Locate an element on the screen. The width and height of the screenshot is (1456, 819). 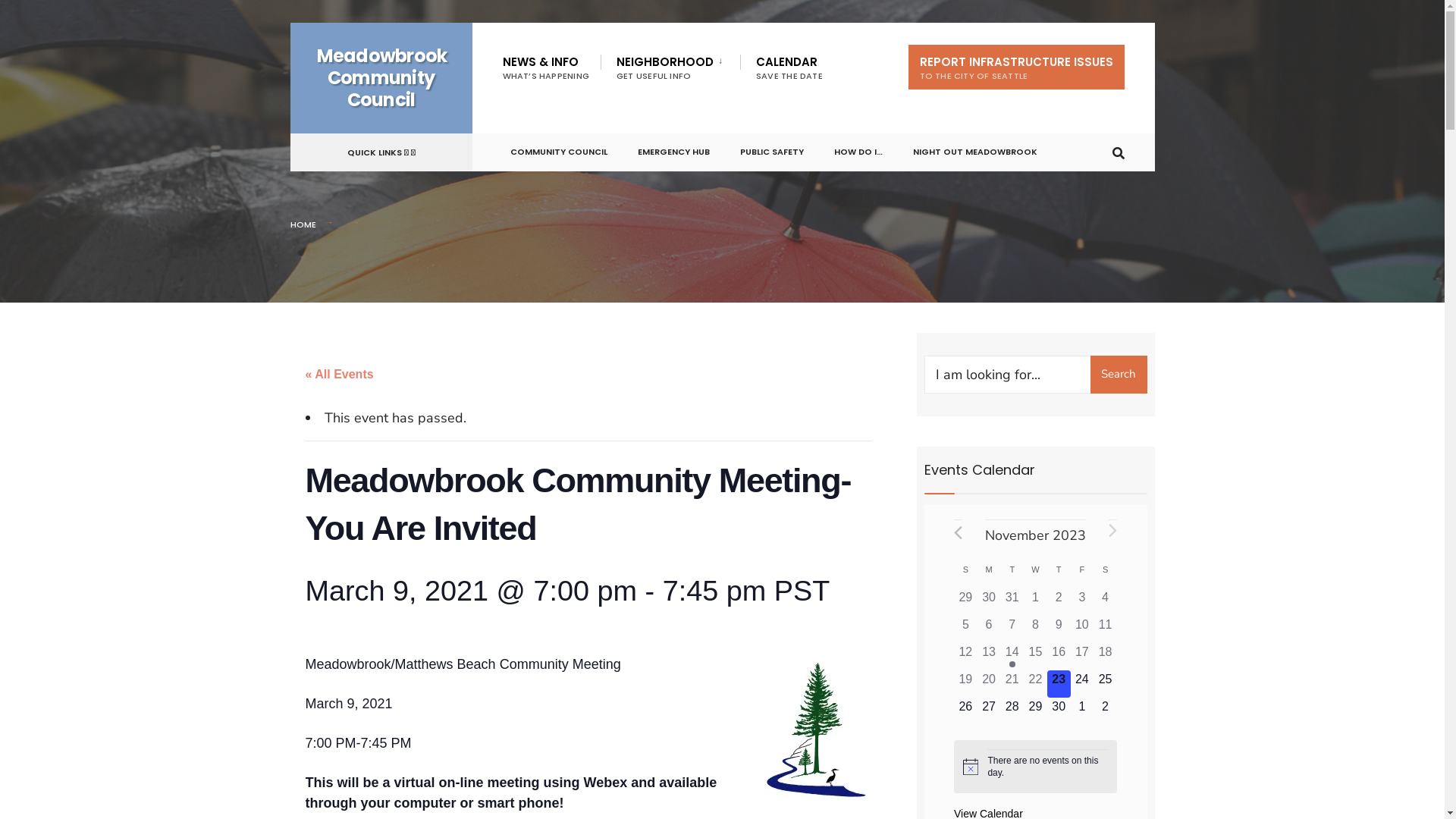
'0 events, is located at coordinates (1034, 711).